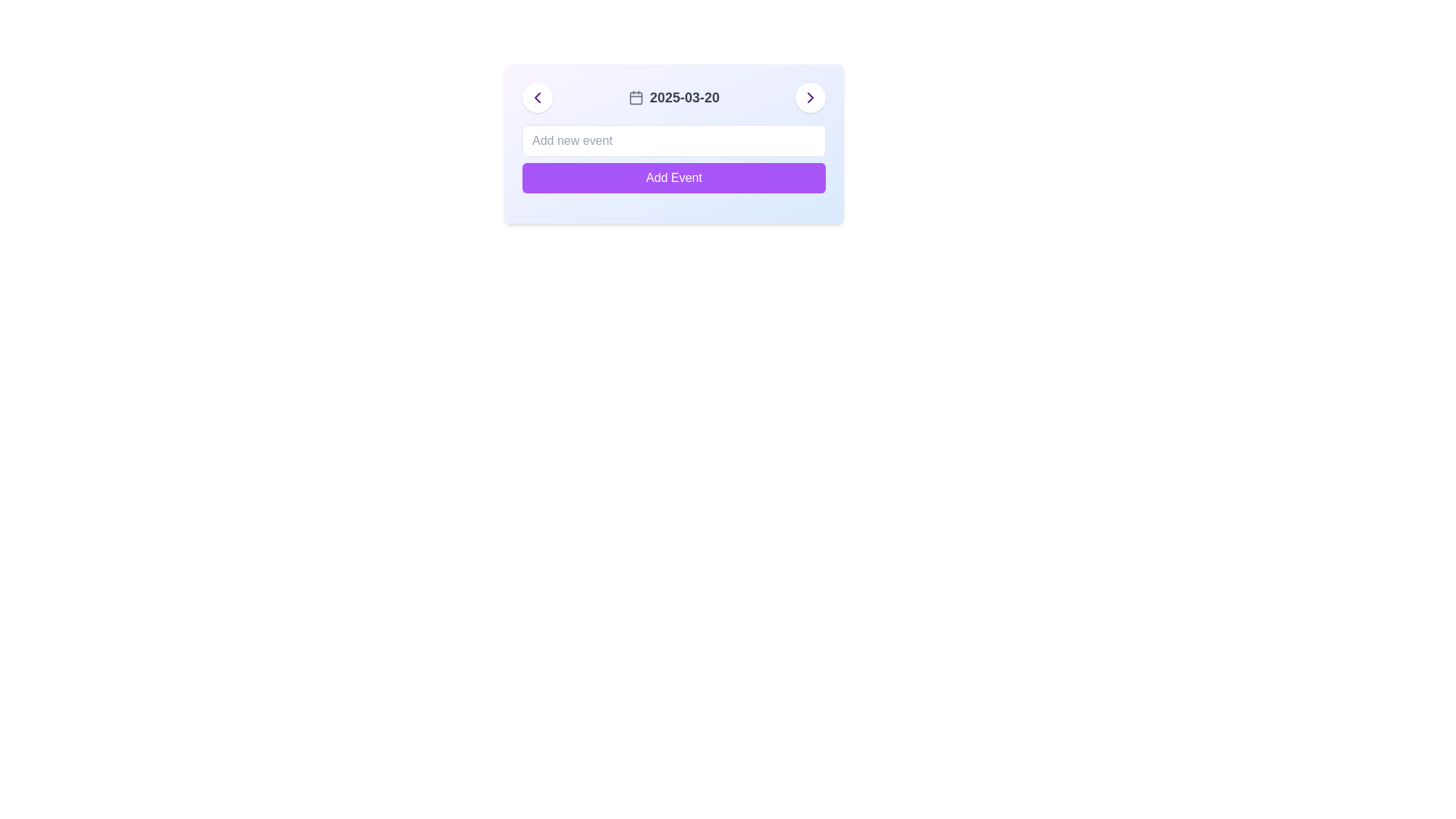 This screenshot has height=819, width=1456. What do you see at coordinates (810, 97) in the screenshot?
I see `the Icon button with a chevron symbol located at the far-right side of the header section next to the displayed date text '2025-03-20'` at bounding box center [810, 97].